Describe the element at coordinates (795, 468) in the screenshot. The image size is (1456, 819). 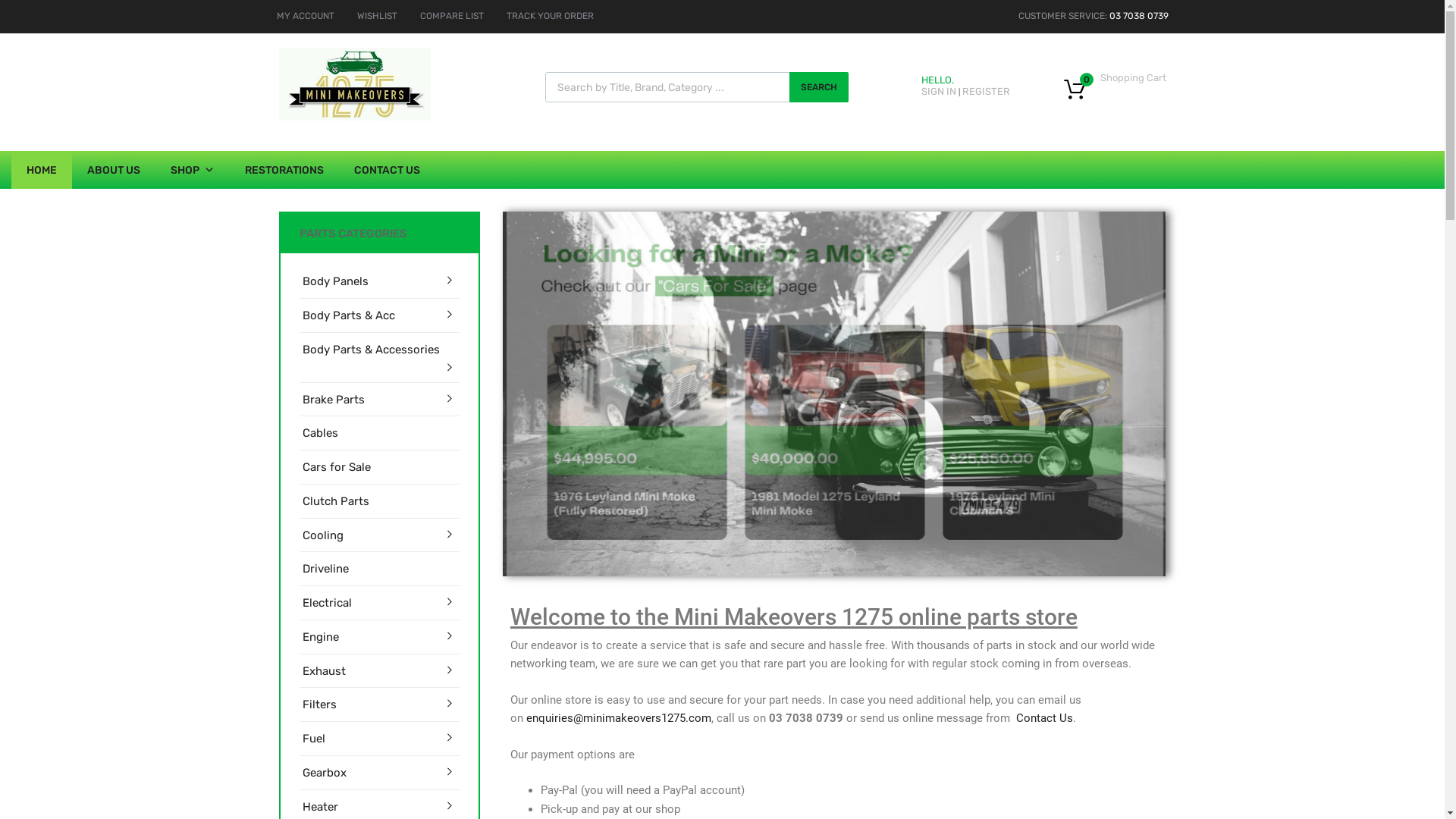
I see `'Register'` at that location.